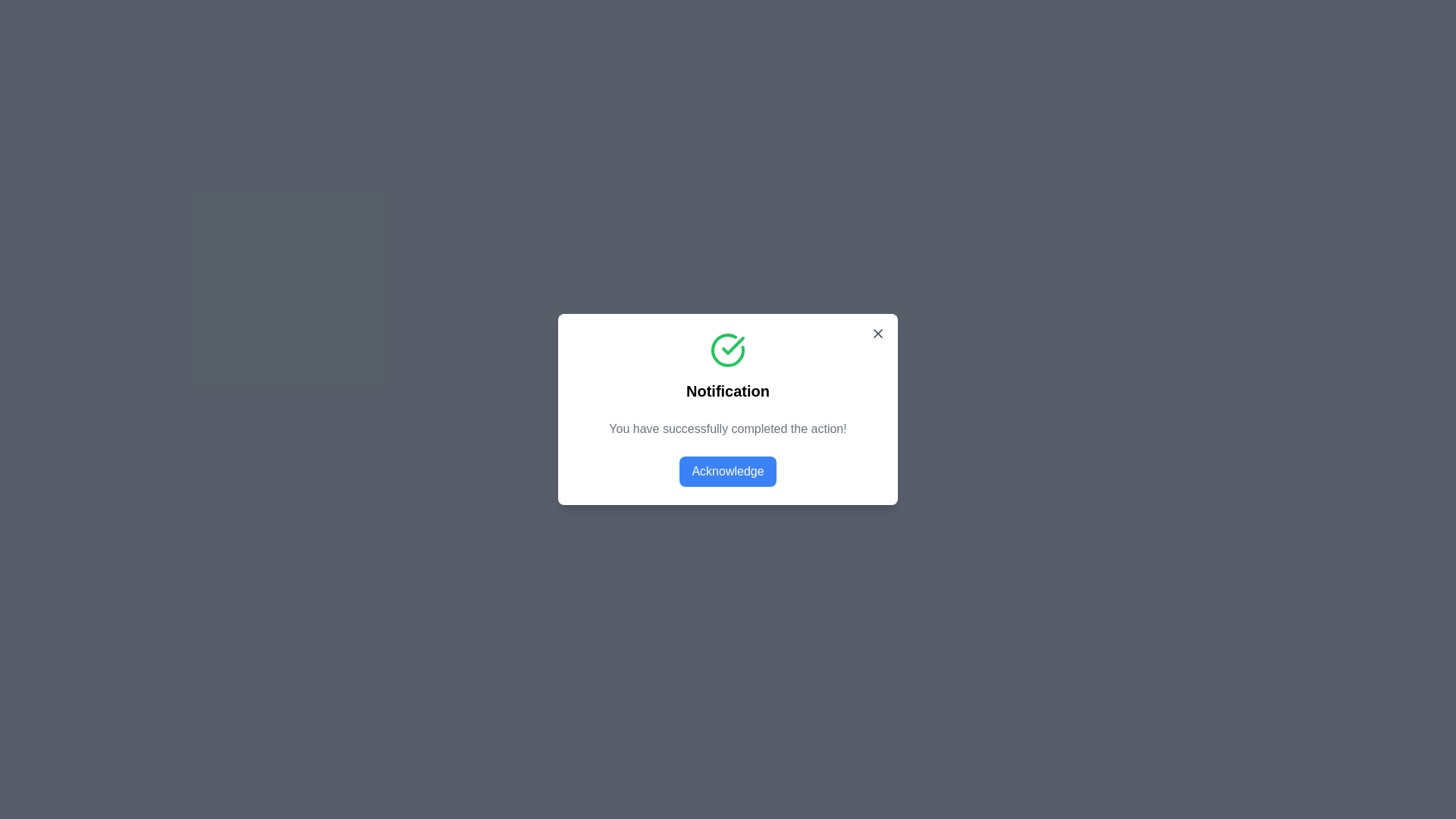 This screenshot has height=819, width=1456. Describe the element at coordinates (877, 332) in the screenshot. I see `the 'X' close button in the top-right corner of the modal to observe the color change effect` at that location.